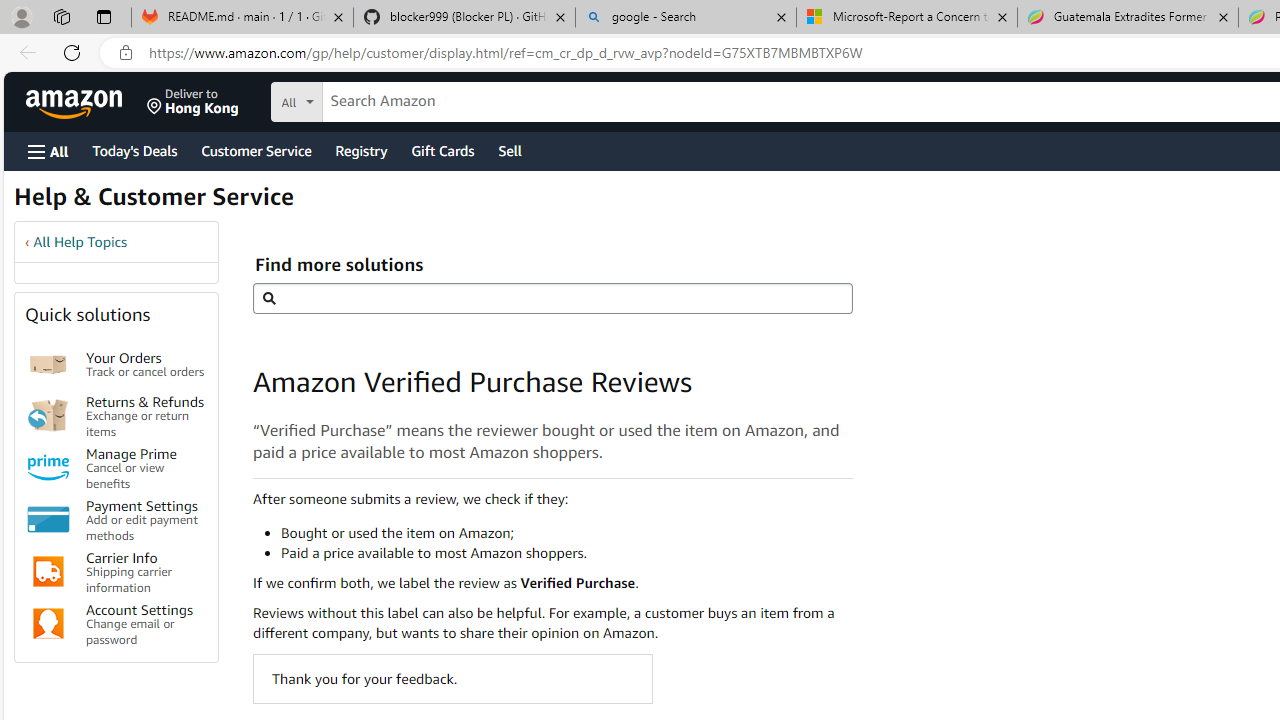 The height and width of the screenshot is (720, 1280). I want to click on 'Payment Settings Add or edit payment methods', so click(144, 518).